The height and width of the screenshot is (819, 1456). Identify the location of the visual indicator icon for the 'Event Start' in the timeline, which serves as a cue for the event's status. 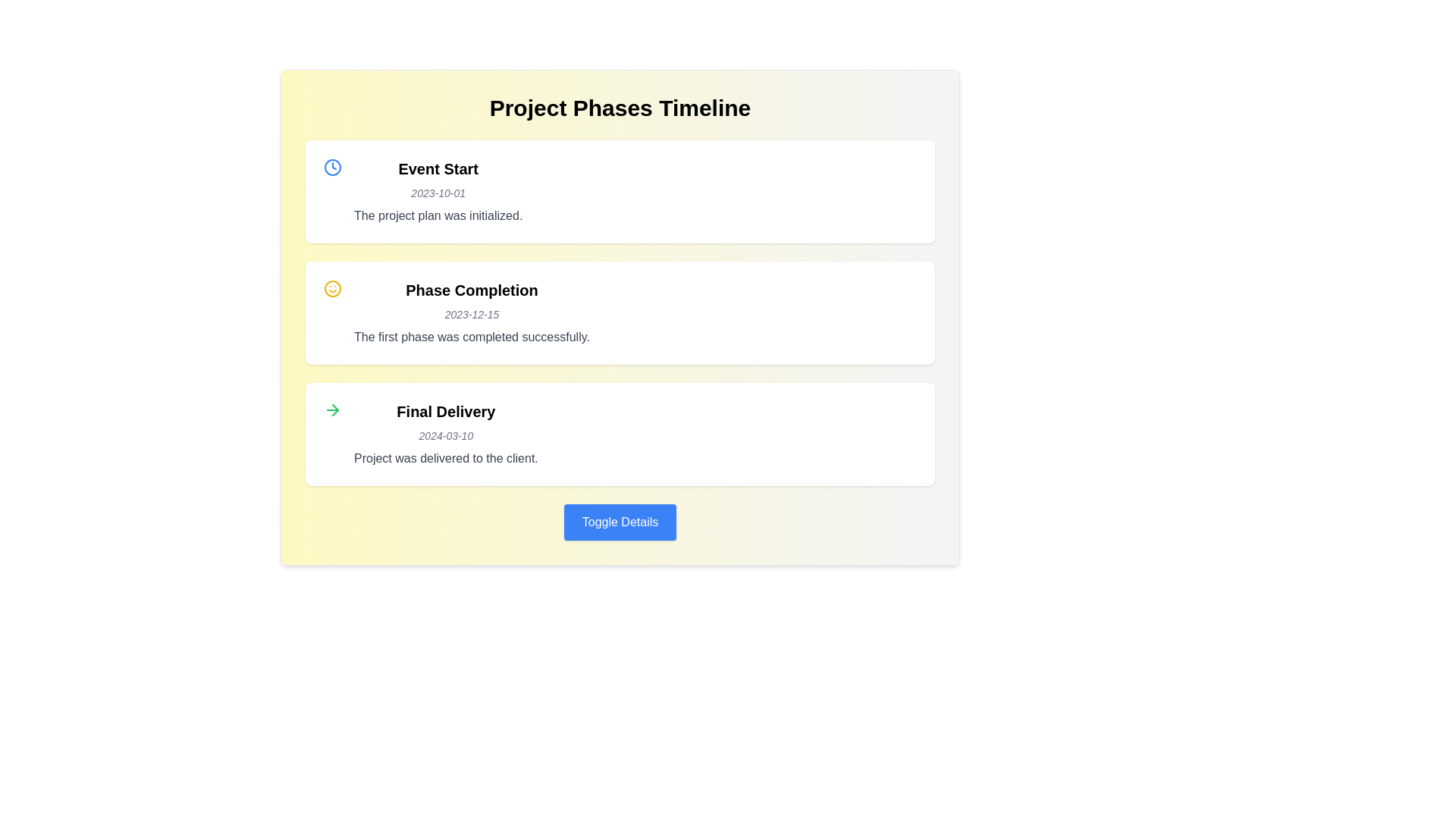
(331, 167).